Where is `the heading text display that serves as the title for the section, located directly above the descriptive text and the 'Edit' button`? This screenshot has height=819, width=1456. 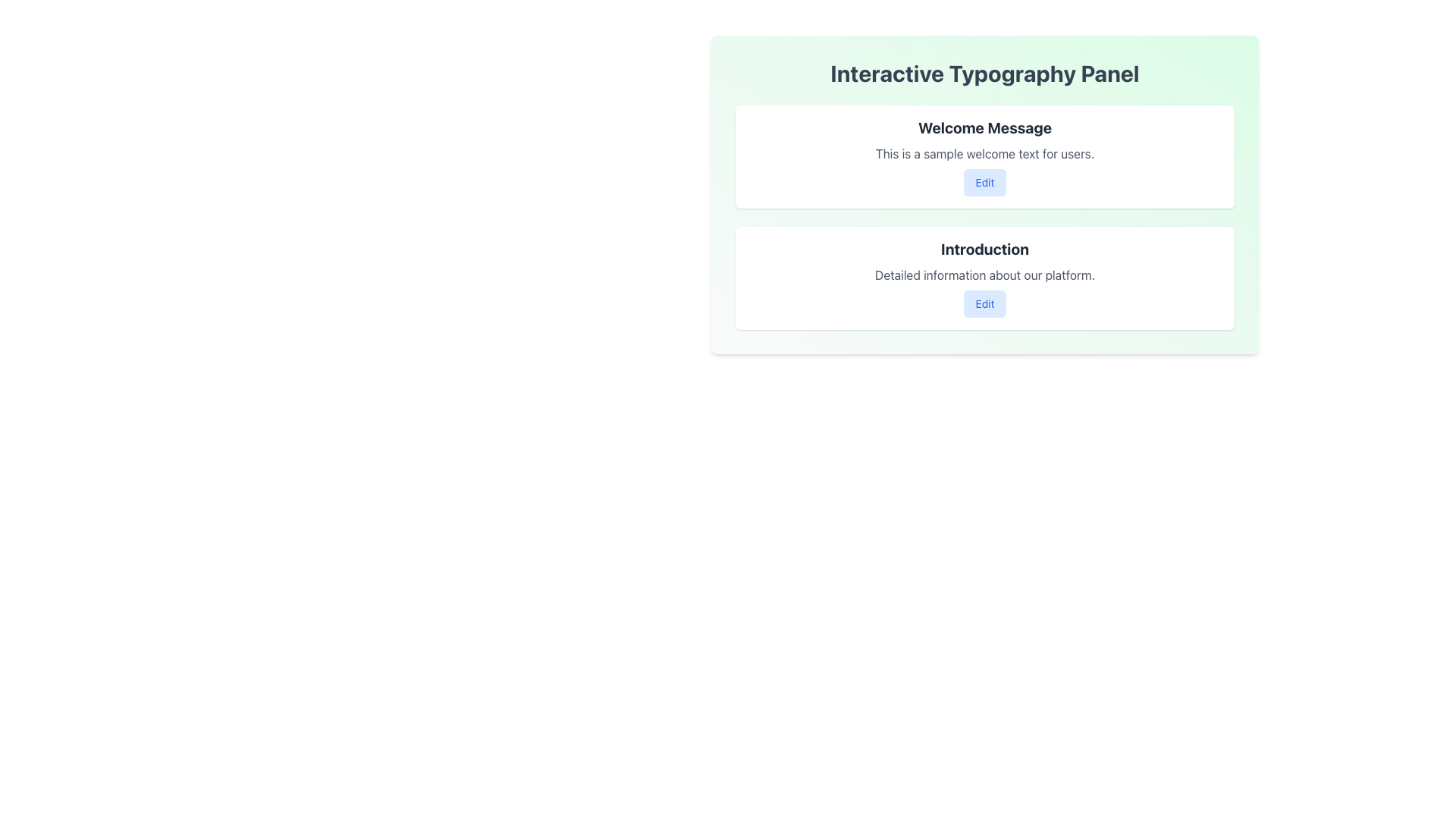
the heading text display that serves as the title for the section, located directly above the descriptive text and the 'Edit' button is located at coordinates (985, 127).